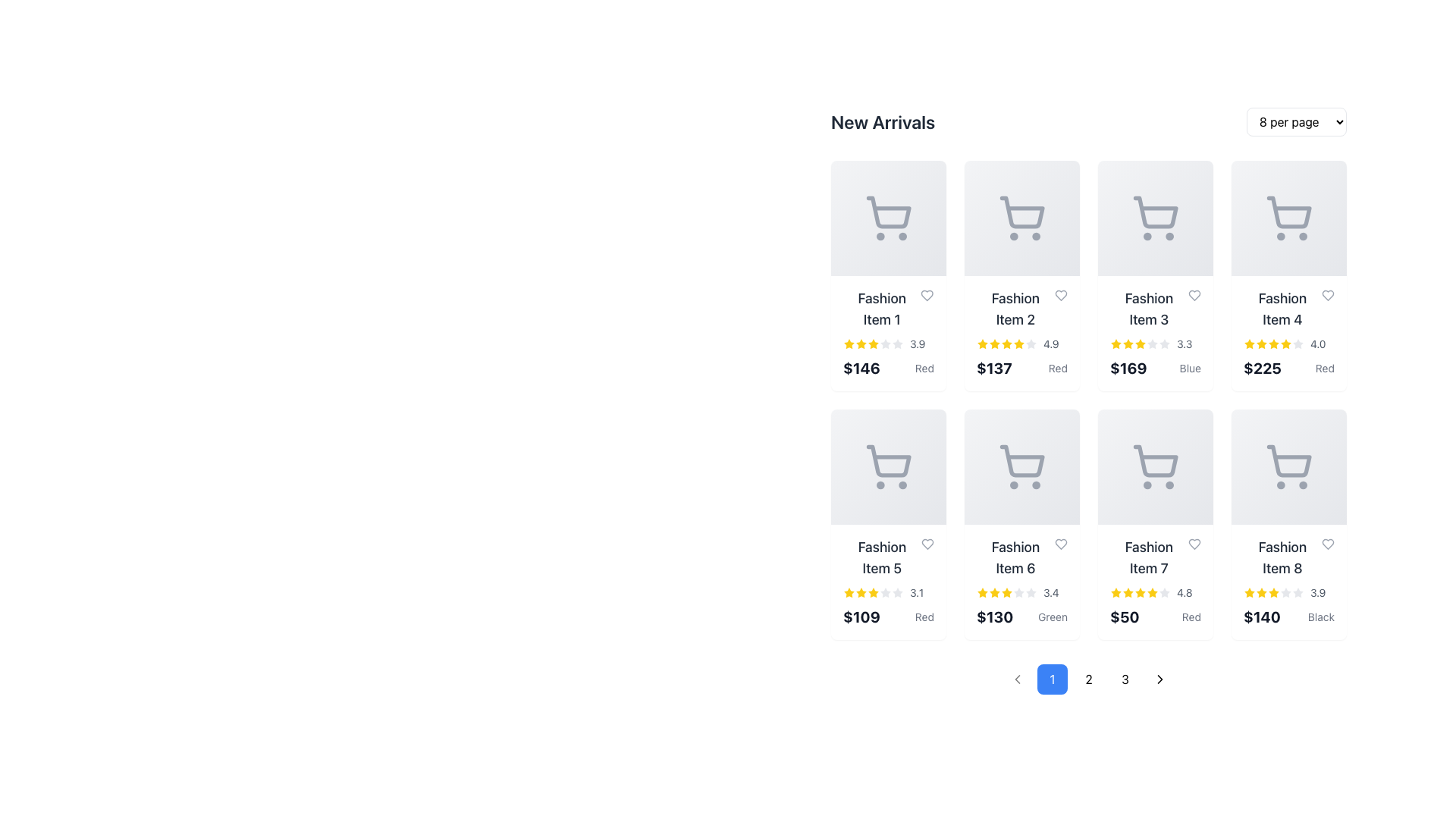 The image size is (1456, 819). I want to click on the displayed price of the product 'Fashion Item 4' which is shown as '$225' at the bottom right corner of the product card, so click(1263, 369).